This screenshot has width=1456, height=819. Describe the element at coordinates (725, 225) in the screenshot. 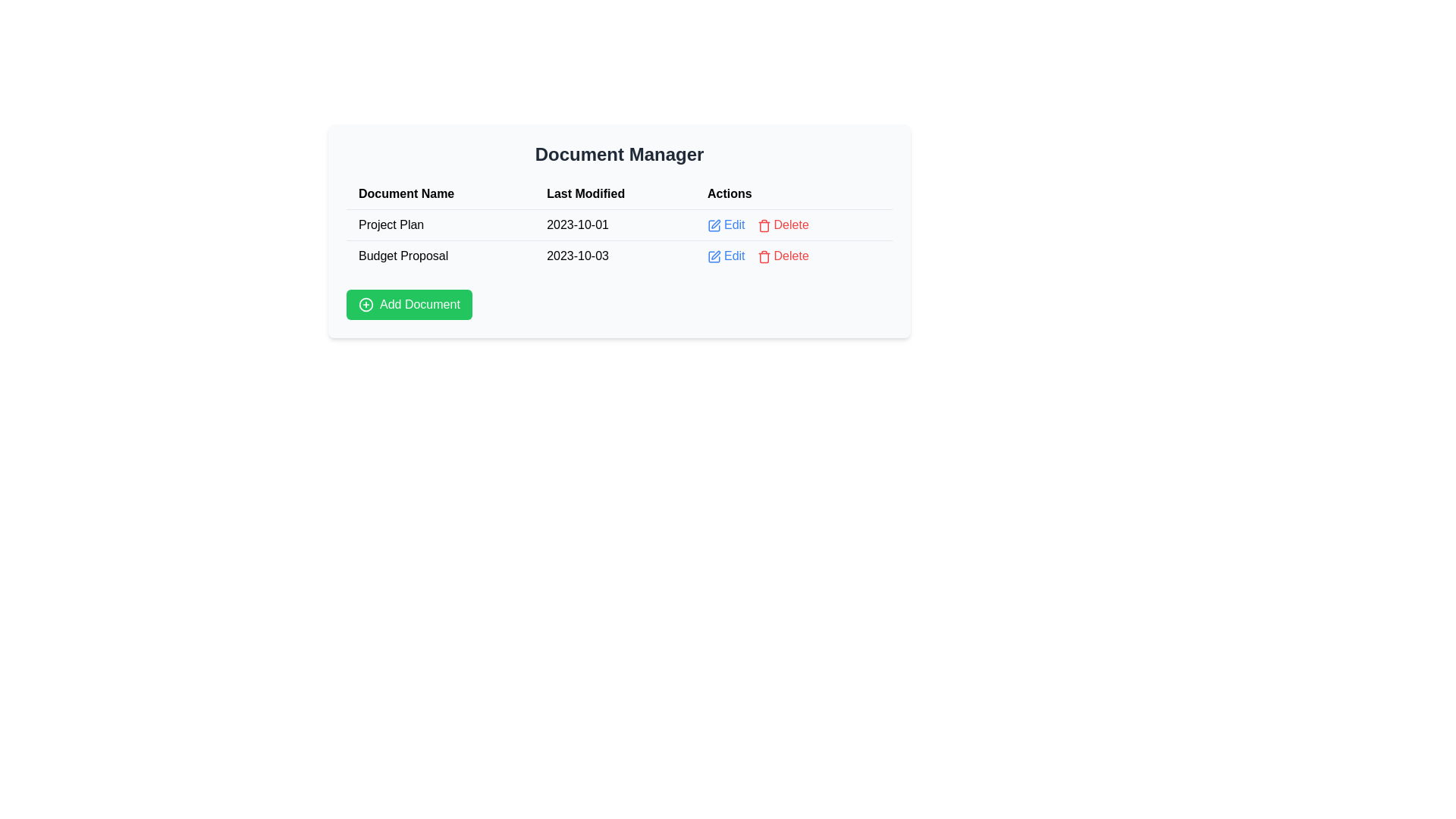

I see `the 'Edit' text link with the pen icon in the 'Actions' column of the first row in the 'Document Manager' table` at that location.